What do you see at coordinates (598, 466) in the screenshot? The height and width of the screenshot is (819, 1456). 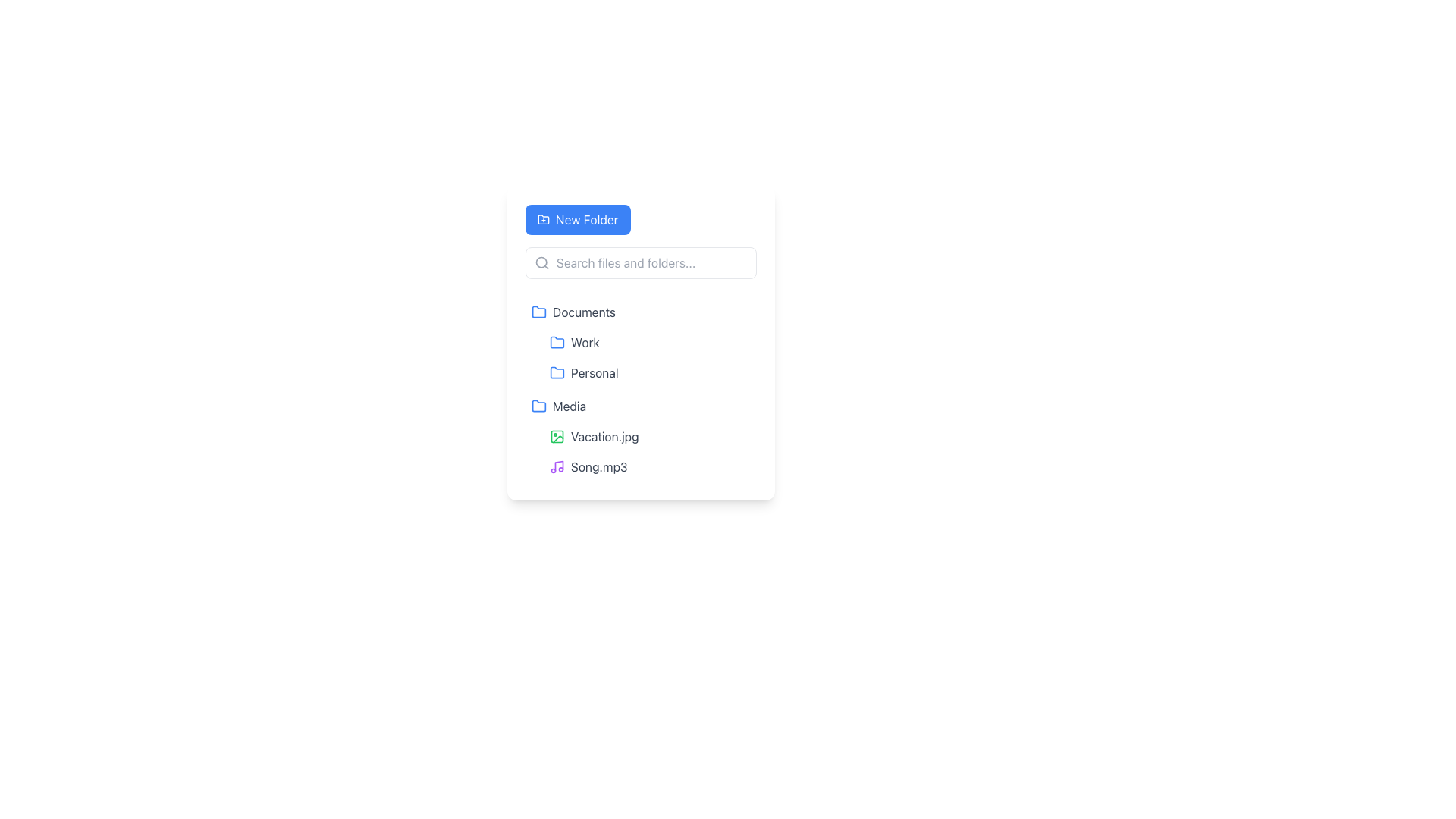 I see `the static text label displaying the audio file name 'Song.mp3' located in the Media folder, which is the fourth item in the file browser list` at bounding box center [598, 466].